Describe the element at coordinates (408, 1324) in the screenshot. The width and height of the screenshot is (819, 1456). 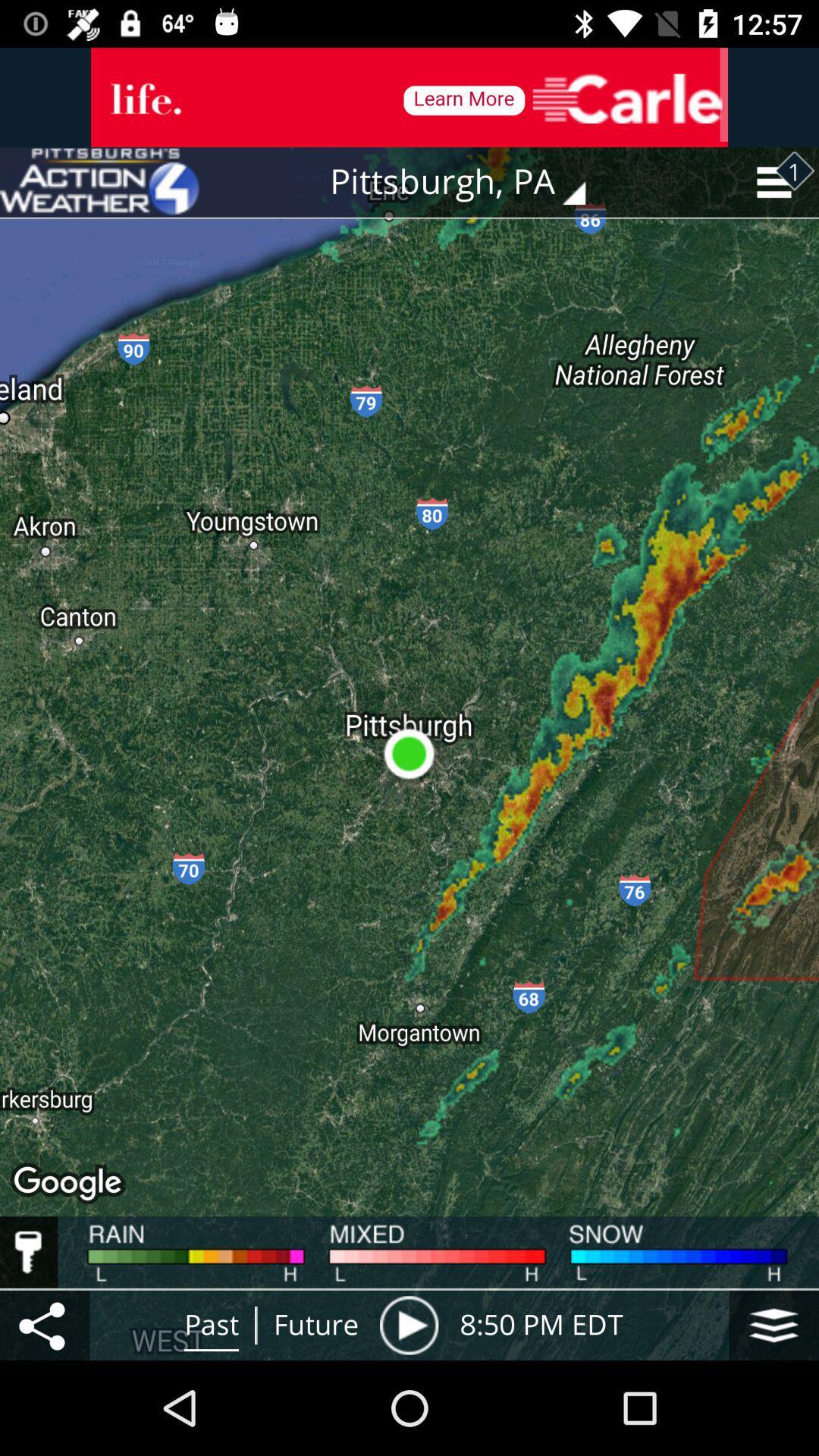
I see `icon to the right of future icon` at that location.